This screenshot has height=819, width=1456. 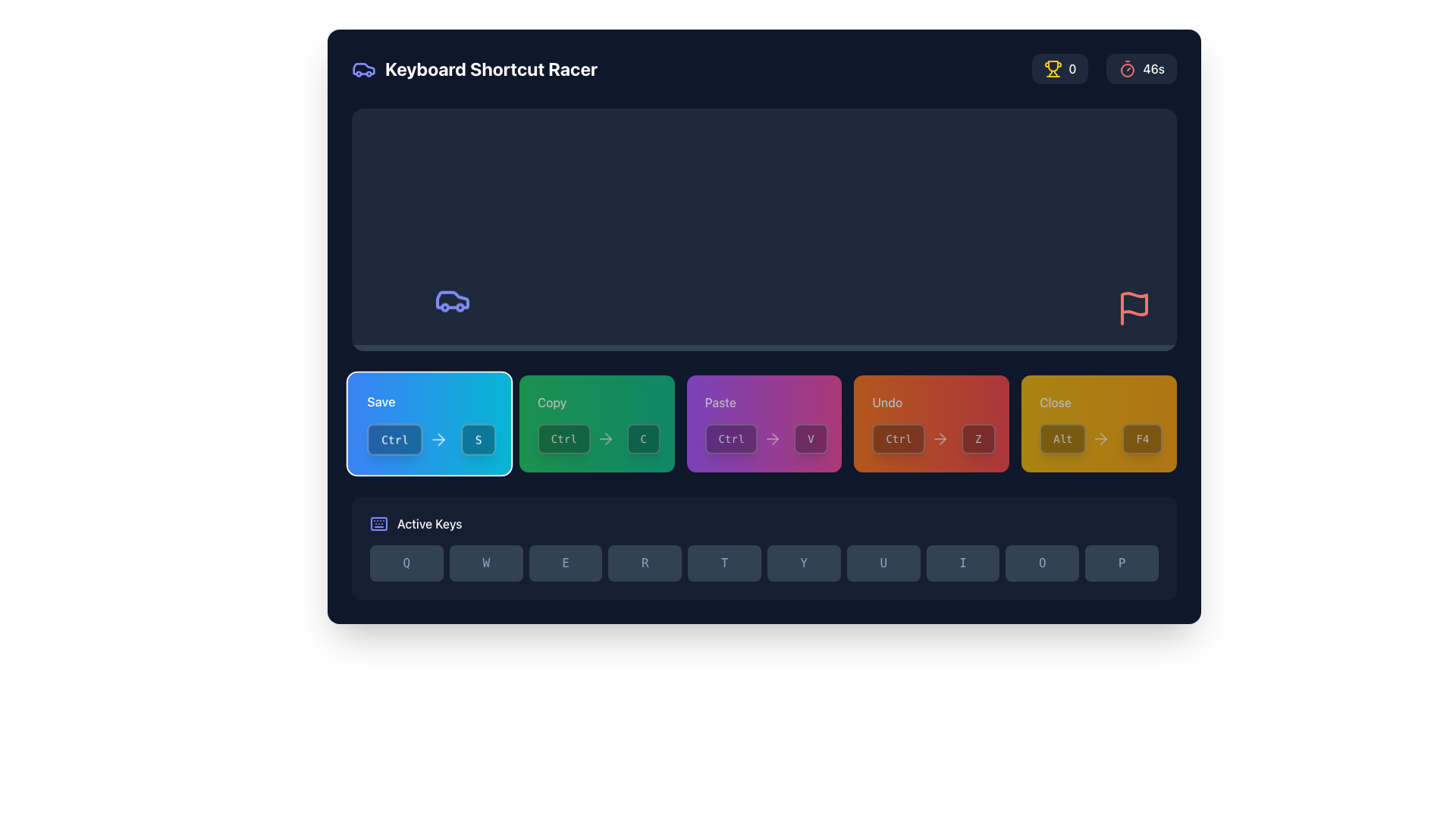 What do you see at coordinates (1141, 69) in the screenshot?
I see `the Timer Display located in the top-right corner of the interface to reset or pause it` at bounding box center [1141, 69].